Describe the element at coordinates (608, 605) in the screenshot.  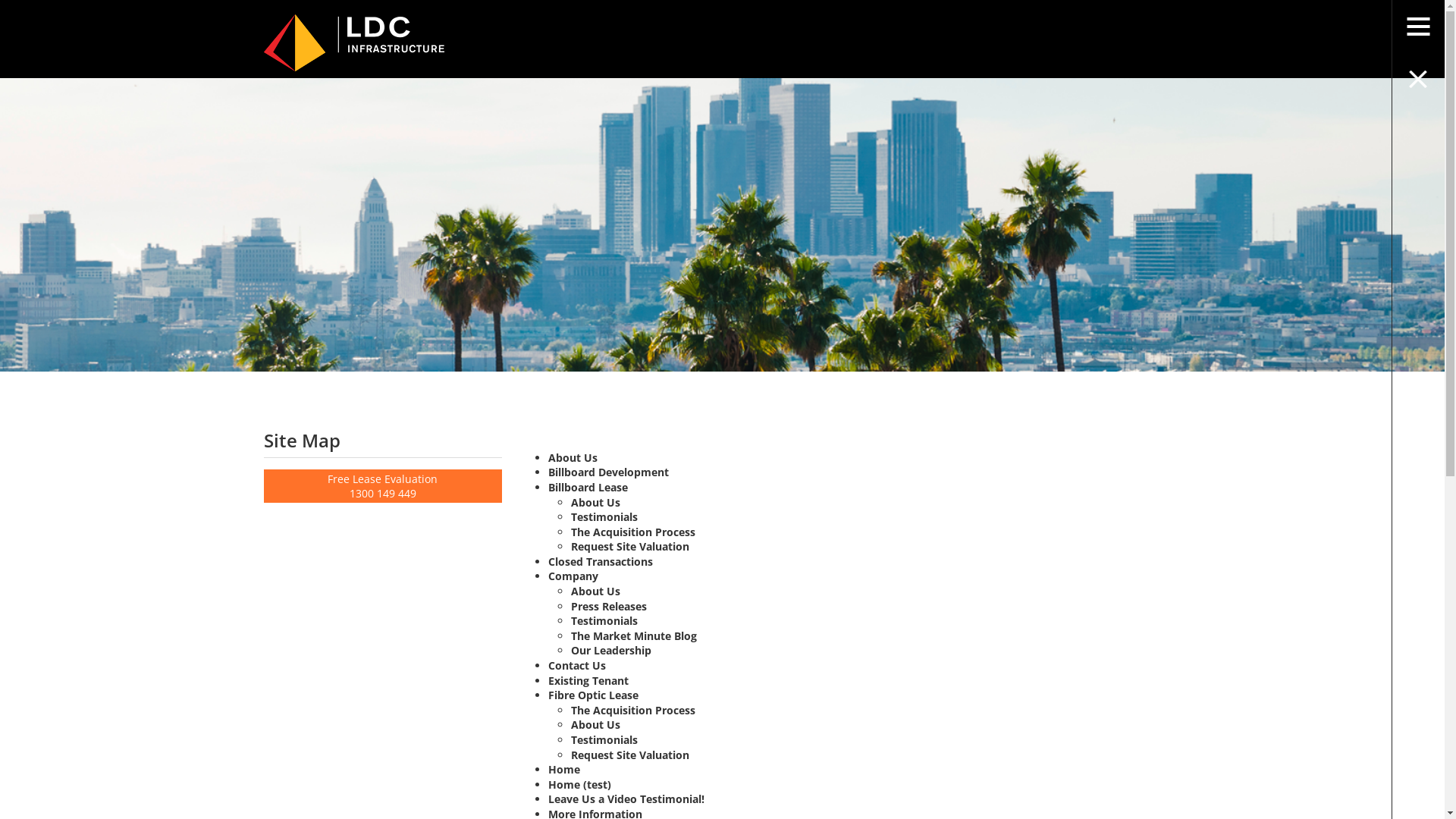
I see `'Press Releases'` at that location.